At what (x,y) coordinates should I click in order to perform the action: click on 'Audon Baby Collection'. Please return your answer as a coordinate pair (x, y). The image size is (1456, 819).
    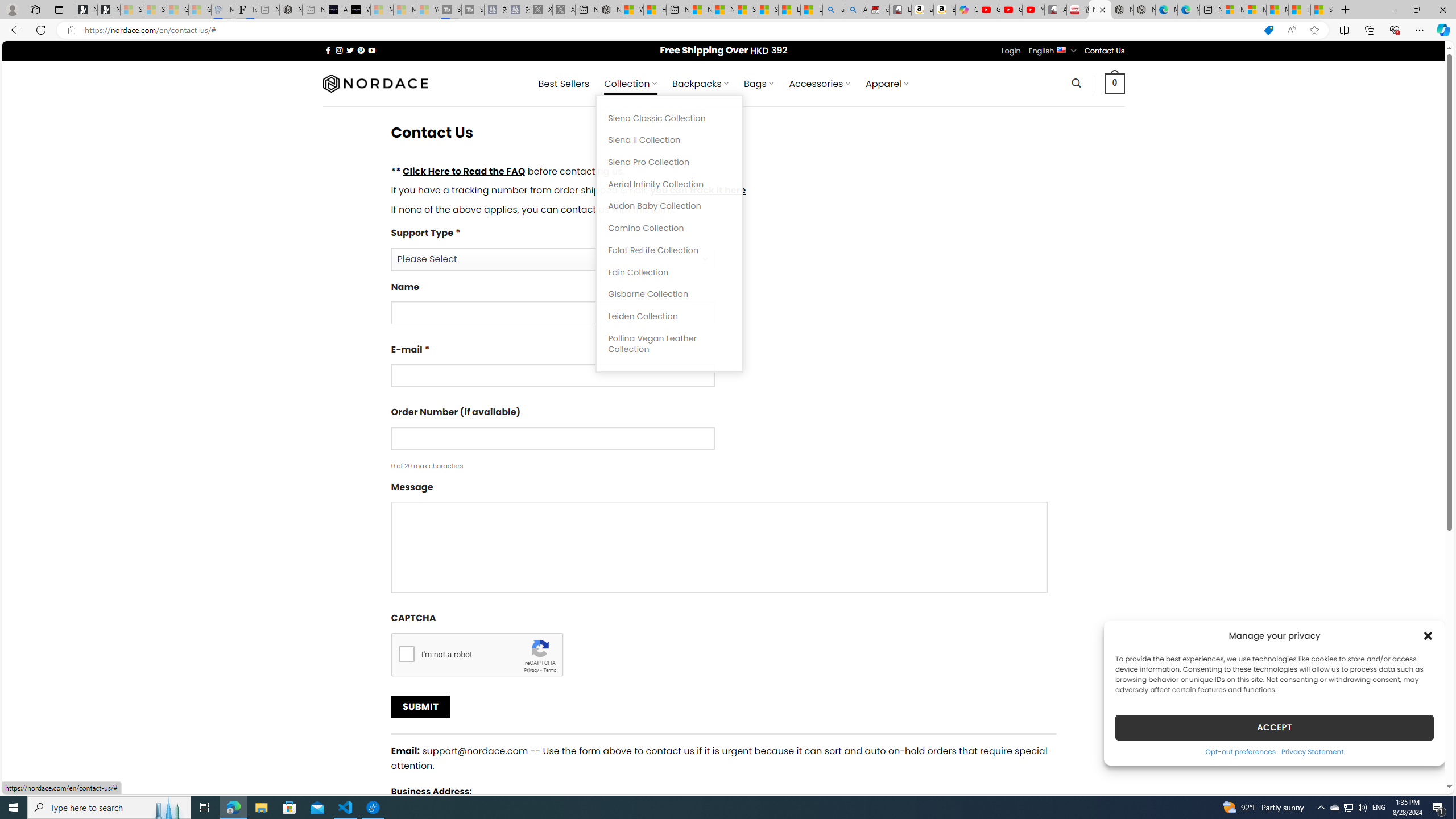
    Looking at the image, I should click on (669, 205).